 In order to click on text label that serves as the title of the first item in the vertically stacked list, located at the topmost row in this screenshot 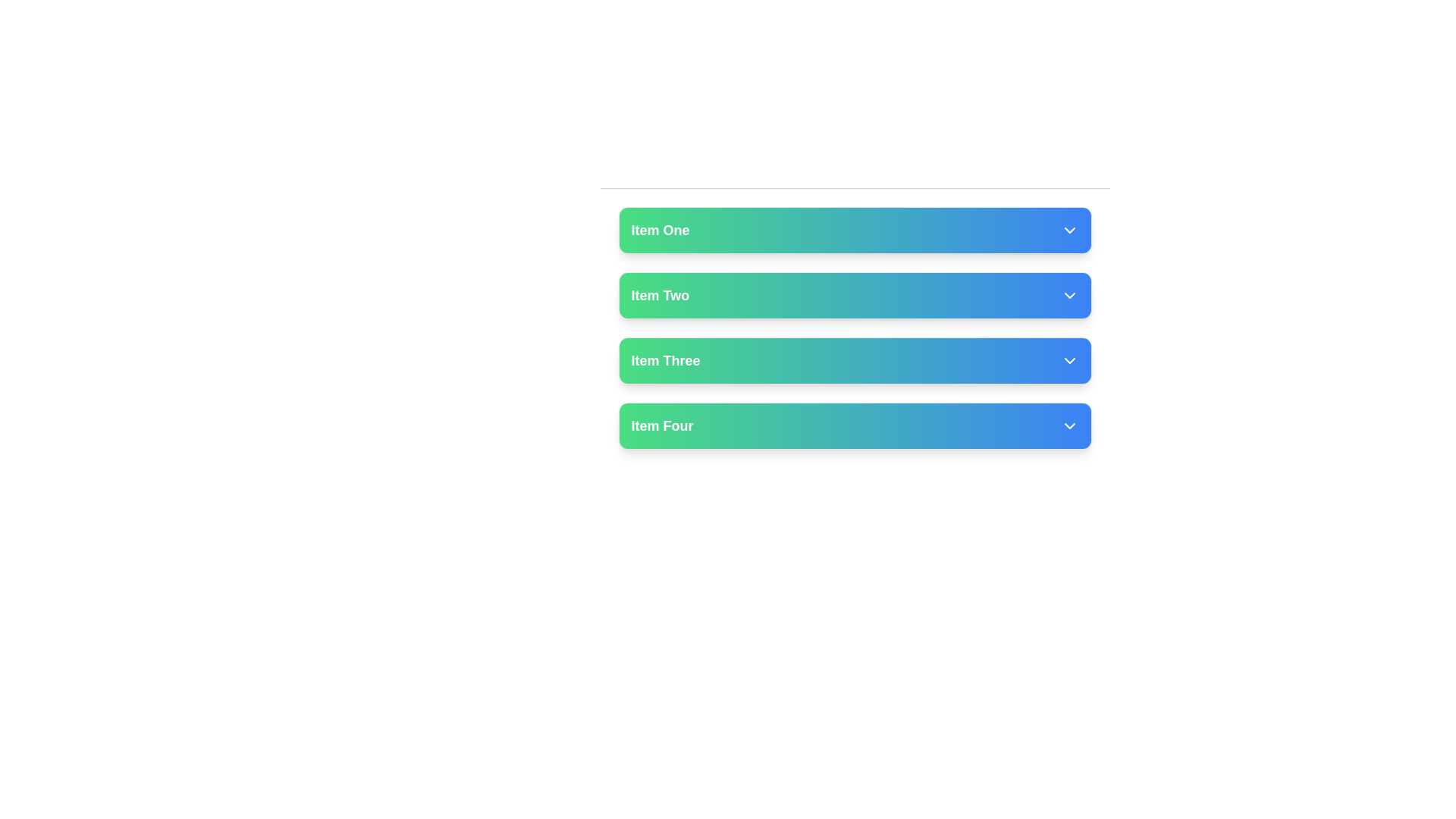, I will do `click(661, 231)`.